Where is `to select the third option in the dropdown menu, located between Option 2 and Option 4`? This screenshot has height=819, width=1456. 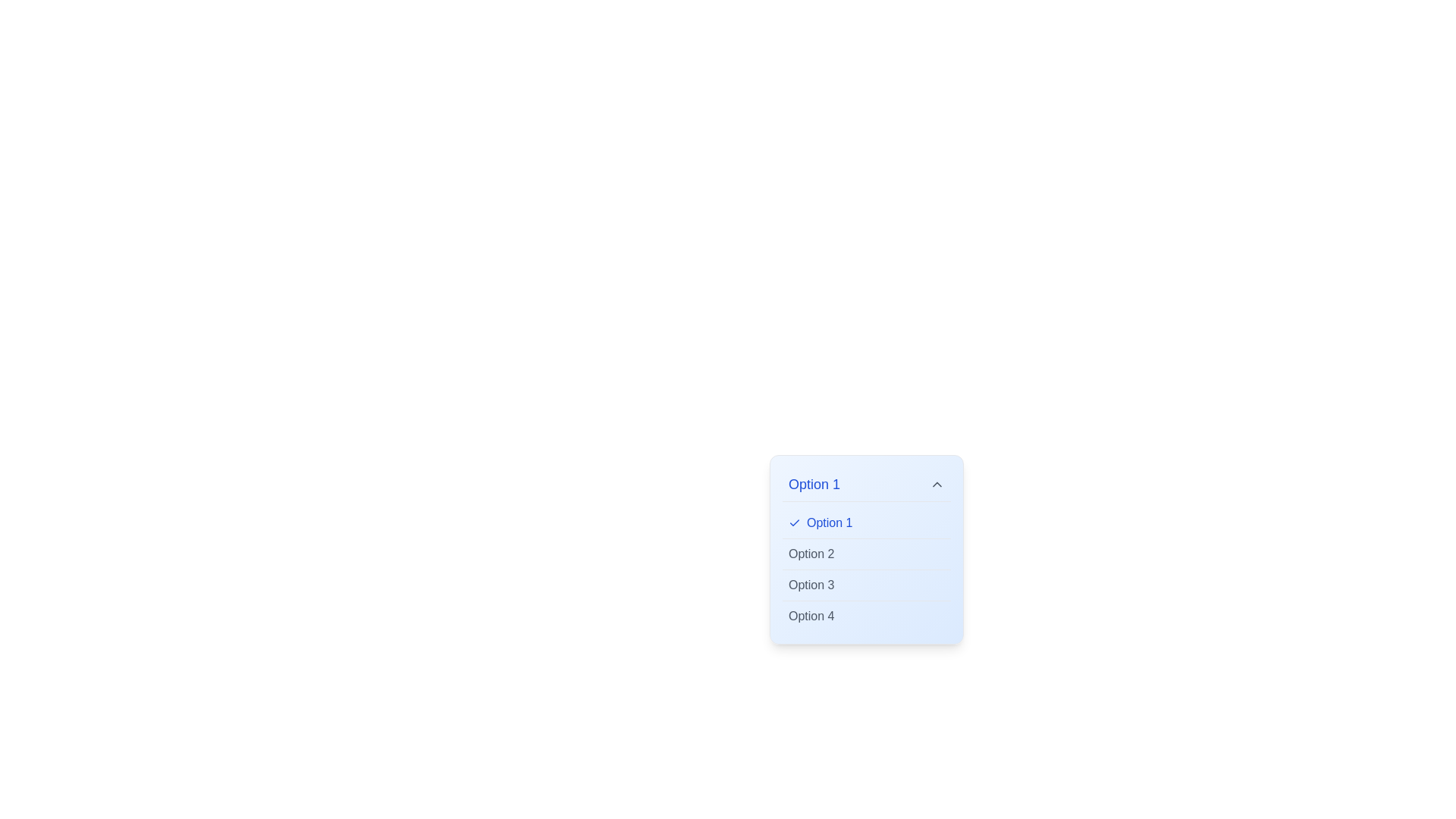
to select the third option in the dropdown menu, located between Option 2 and Option 4 is located at coordinates (866, 584).